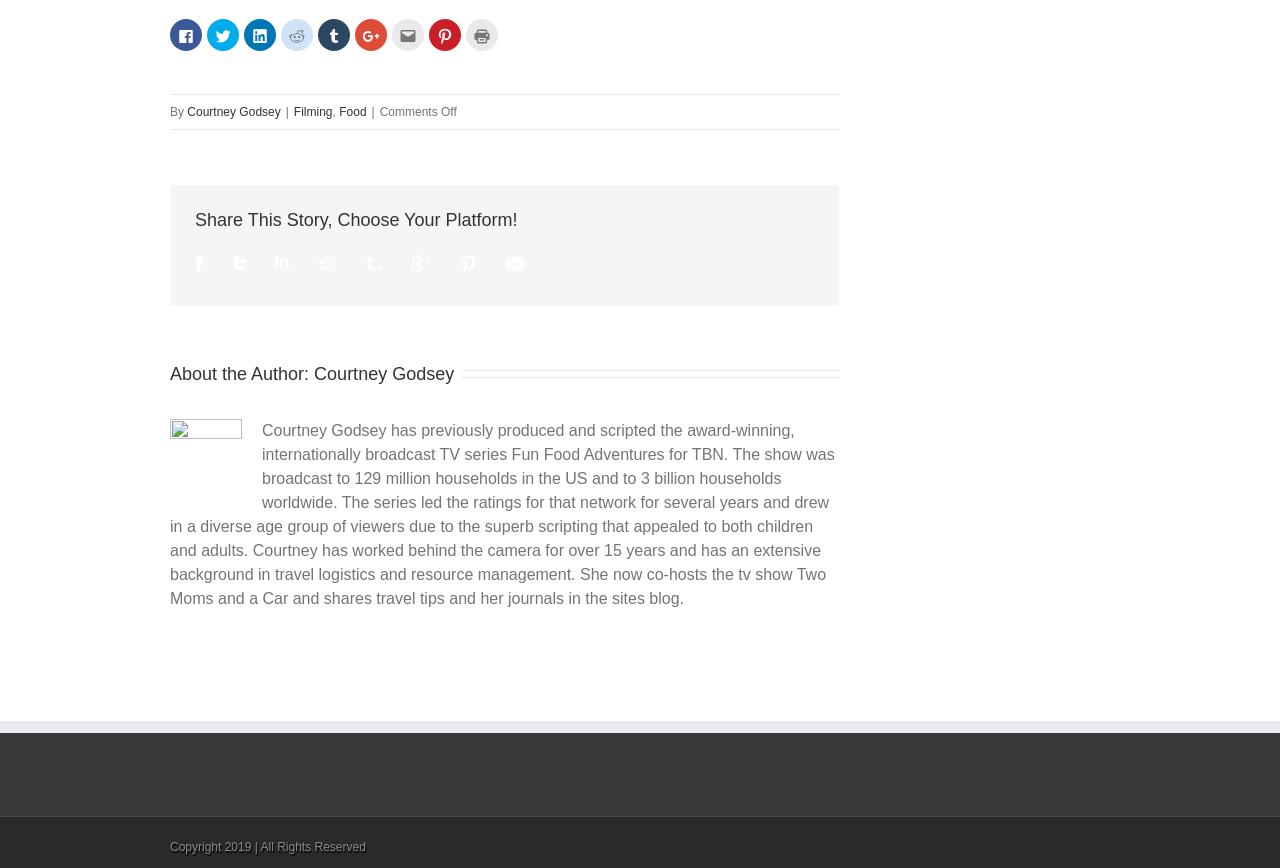 The image size is (1280, 868). I want to click on 'Courtney Godsey has previously produced and scripted the award-winning, internationally broadcast TV series Fun Food Adventures for TBN. The show was broadcast to 129 million households in the US and to 3 billion households worldwide. The series led the ratings for that network for several years and drew in a diverse age group of viewers due to the superb scripting that appealed to both children and adults. Courtney has worked behind the camera for over 15 years and has an extensive background in travel logistics and resource management.  She now co-hosts the tv show Two Moms and a Car and shares travel tips and her journals in the sites blog.', so click(502, 513).